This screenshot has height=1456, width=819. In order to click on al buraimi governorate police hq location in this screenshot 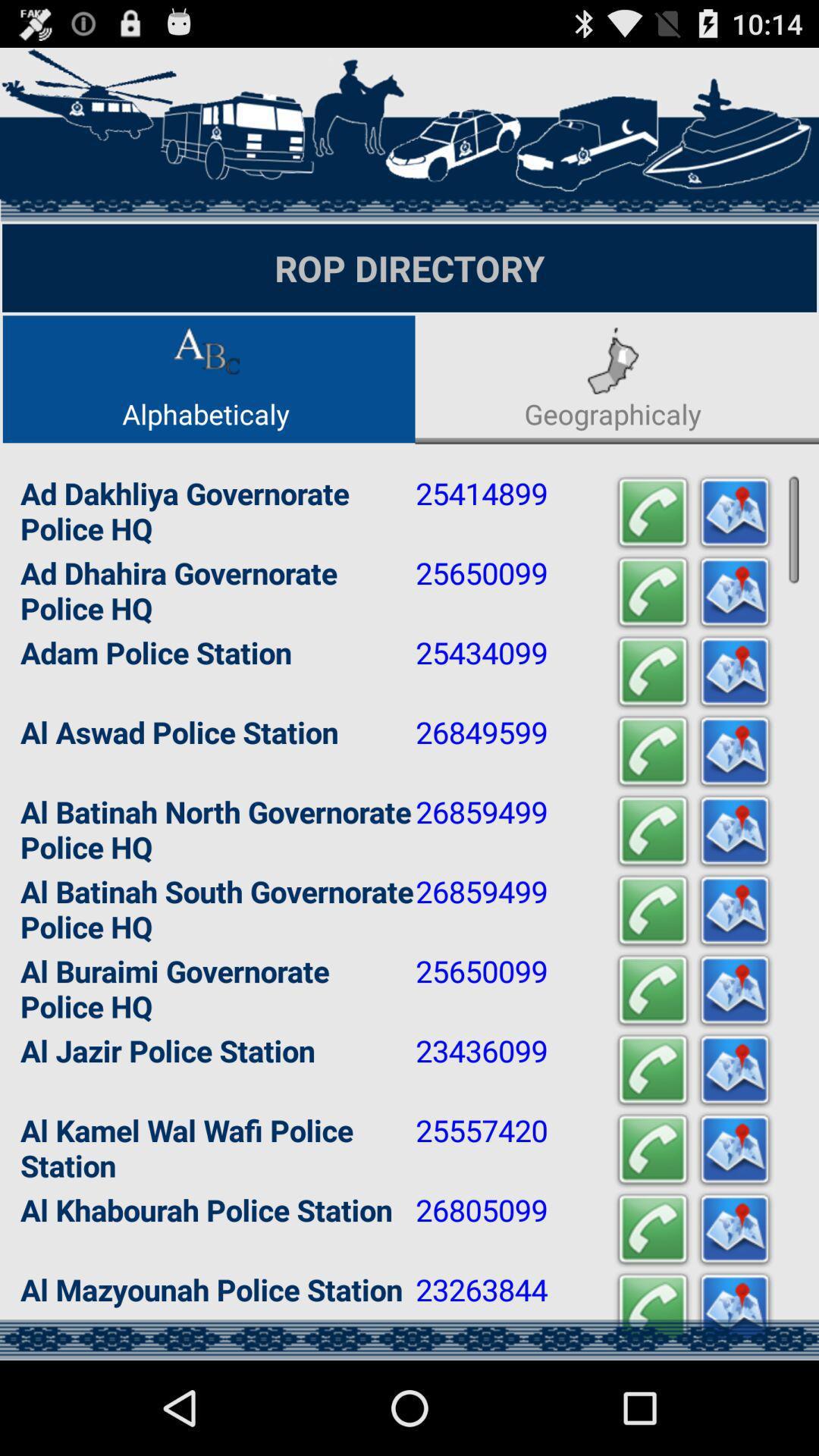, I will do `click(733, 990)`.